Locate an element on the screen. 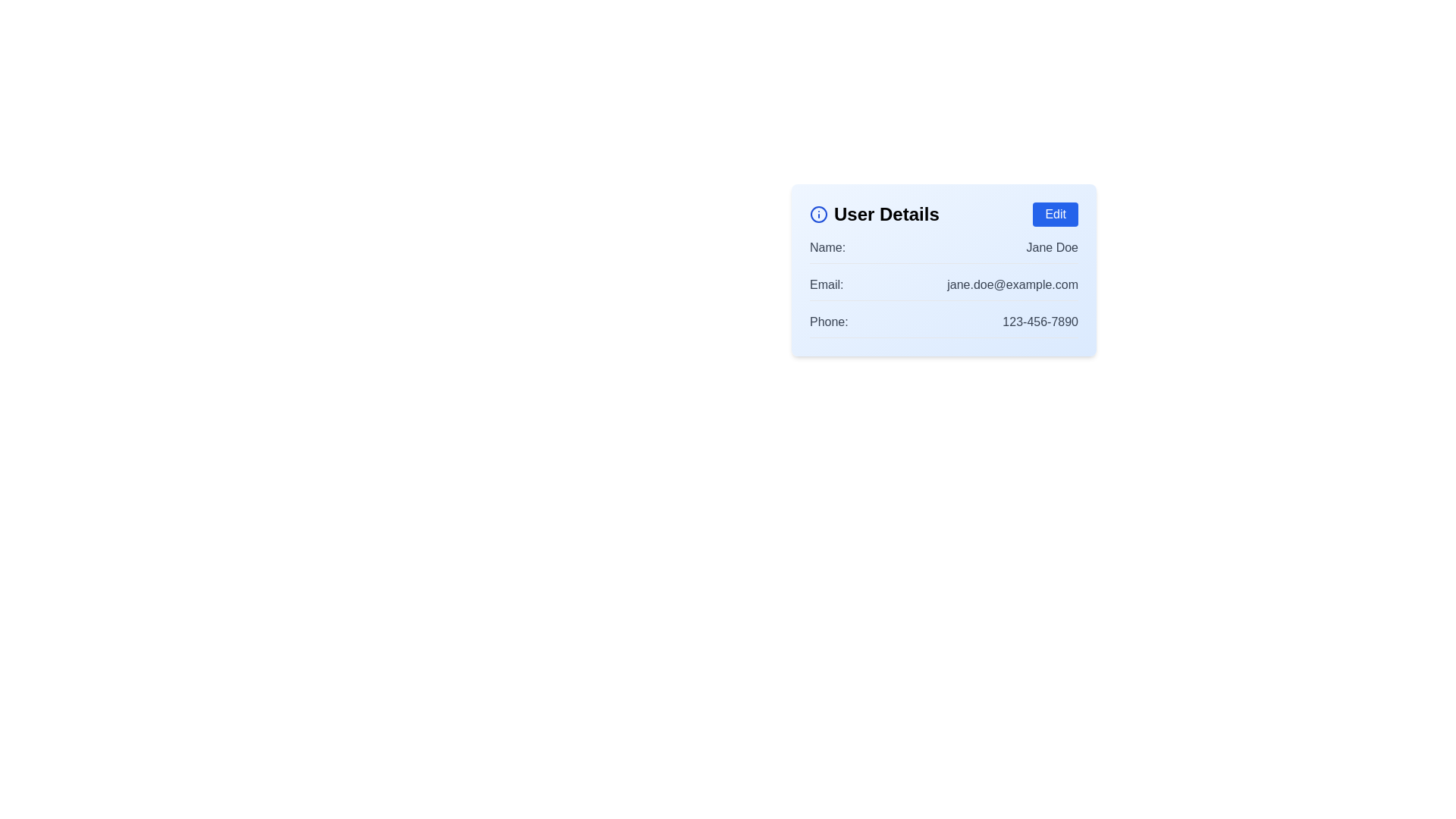  the SVG circle element that serves as a decorative part of the information icon, which is positioned to the left of the 'User Details' title in a user information card layout is located at coordinates (818, 214).